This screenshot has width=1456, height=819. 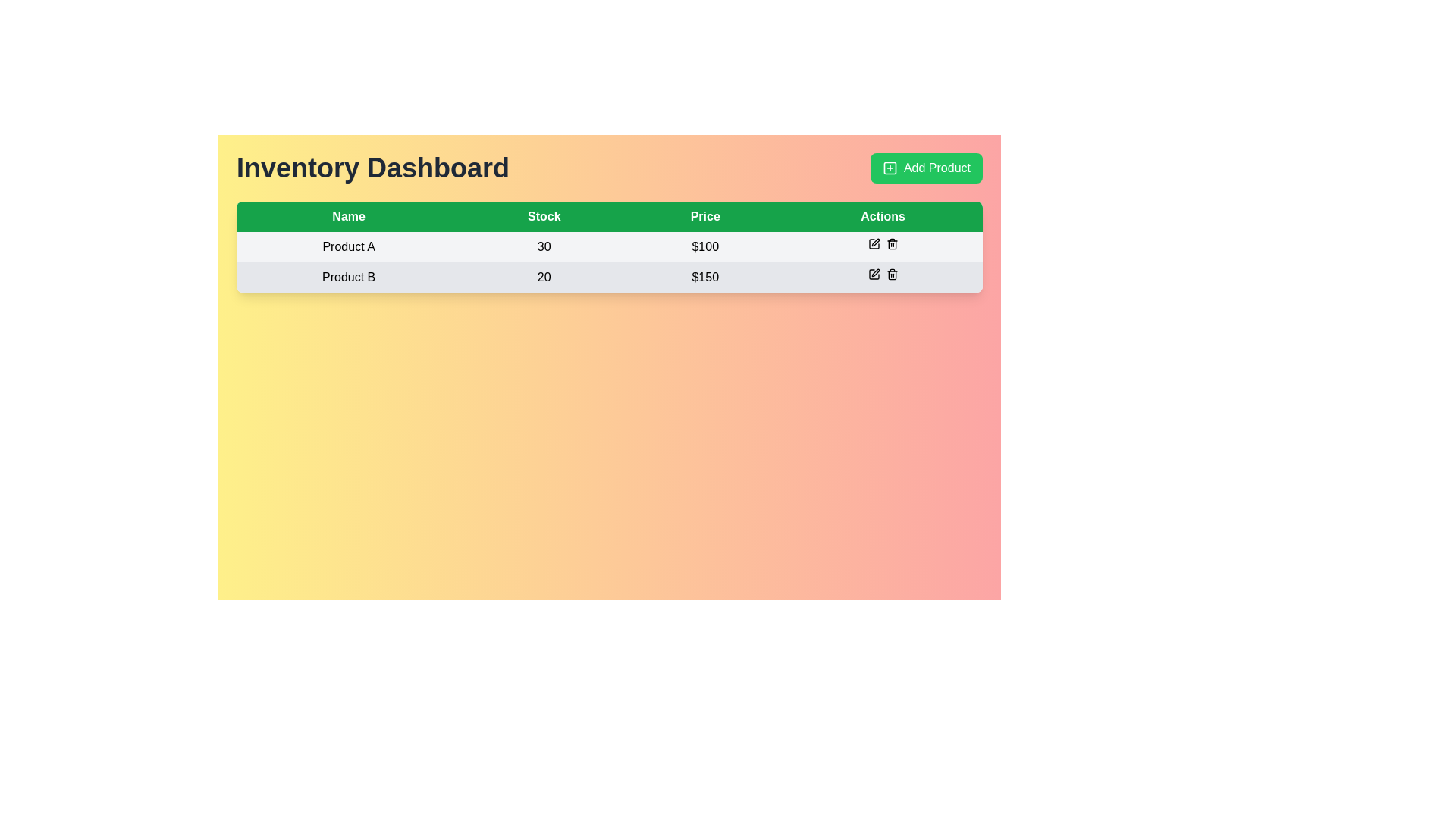 I want to click on the trash can icon in the Actions column of the second row, so click(x=892, y=275).